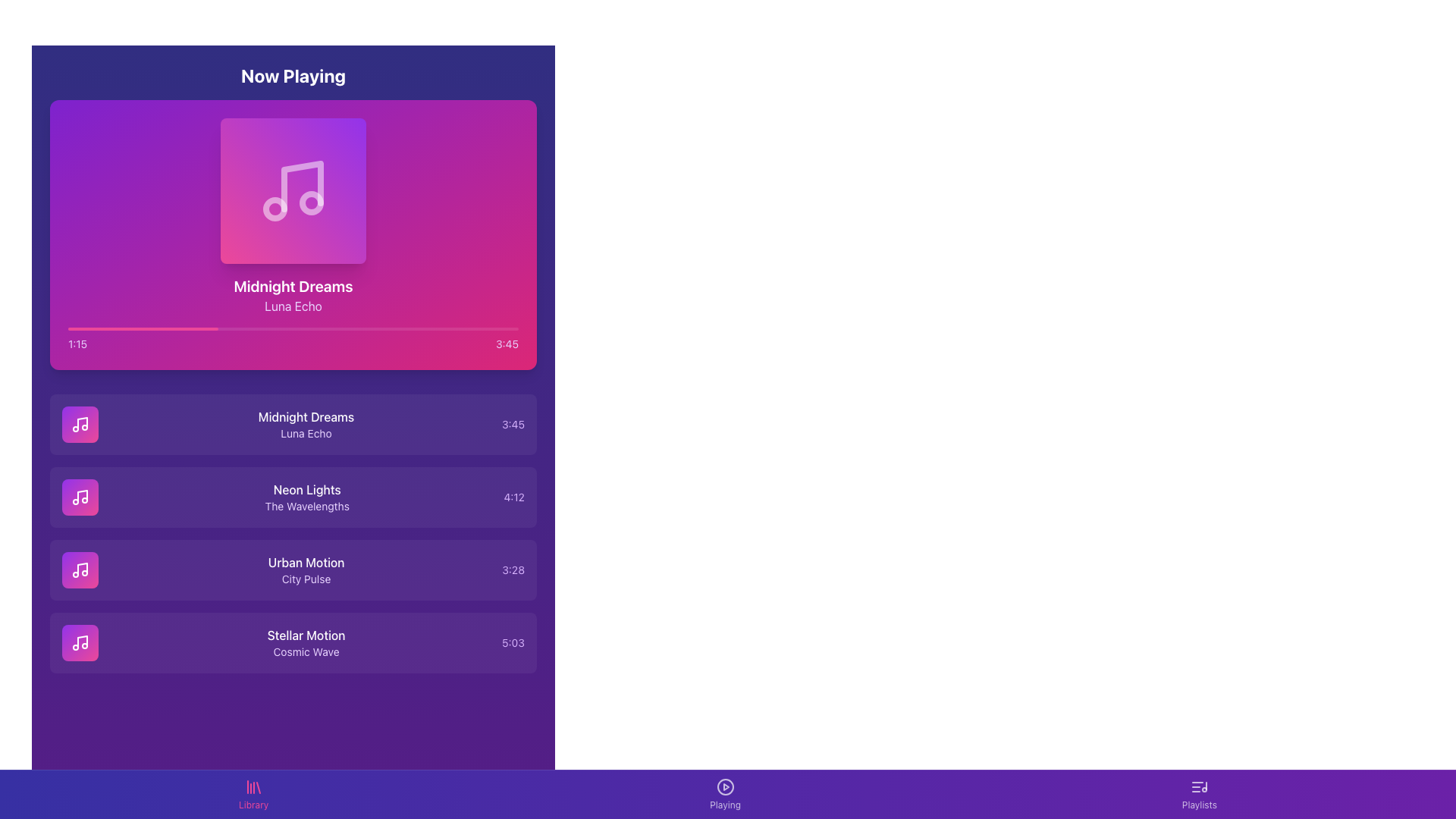 Image resolution: width=1456 pixels, height=819 pixels. I want to click on the square icon with a gradient background and a white musical note in the bottom-most row of the left panel, so click(79, 643).